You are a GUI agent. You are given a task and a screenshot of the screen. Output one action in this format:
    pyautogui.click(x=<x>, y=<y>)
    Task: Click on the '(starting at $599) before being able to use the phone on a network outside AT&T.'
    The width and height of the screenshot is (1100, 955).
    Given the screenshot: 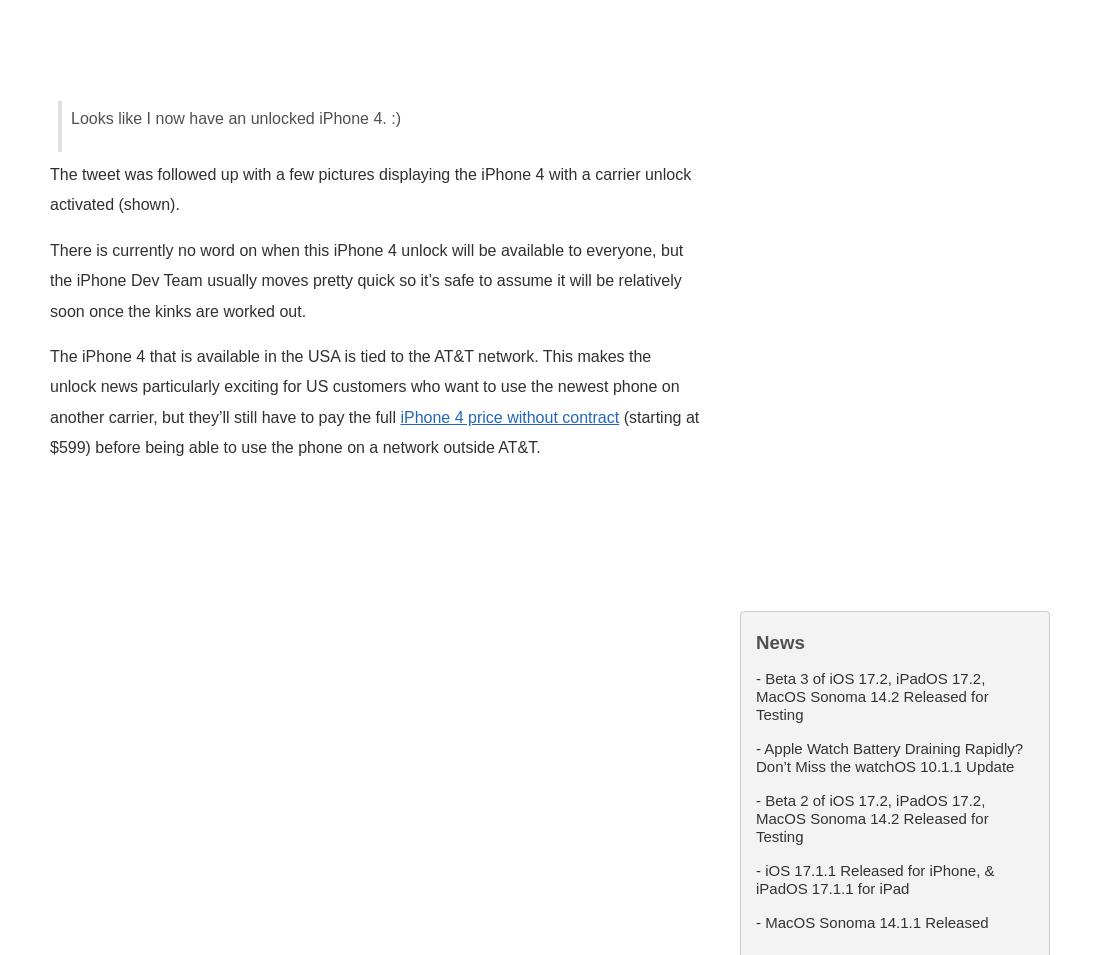 What is the action you would take?
    pyautogui.click(x=374, y=431)
    